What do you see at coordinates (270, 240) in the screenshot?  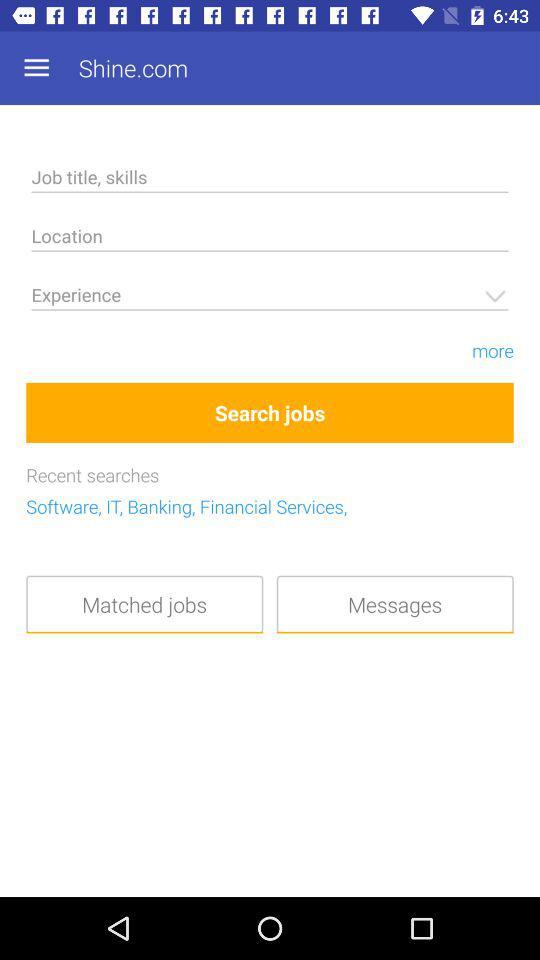 I see `the second text field` at bounding box center [270, 240].